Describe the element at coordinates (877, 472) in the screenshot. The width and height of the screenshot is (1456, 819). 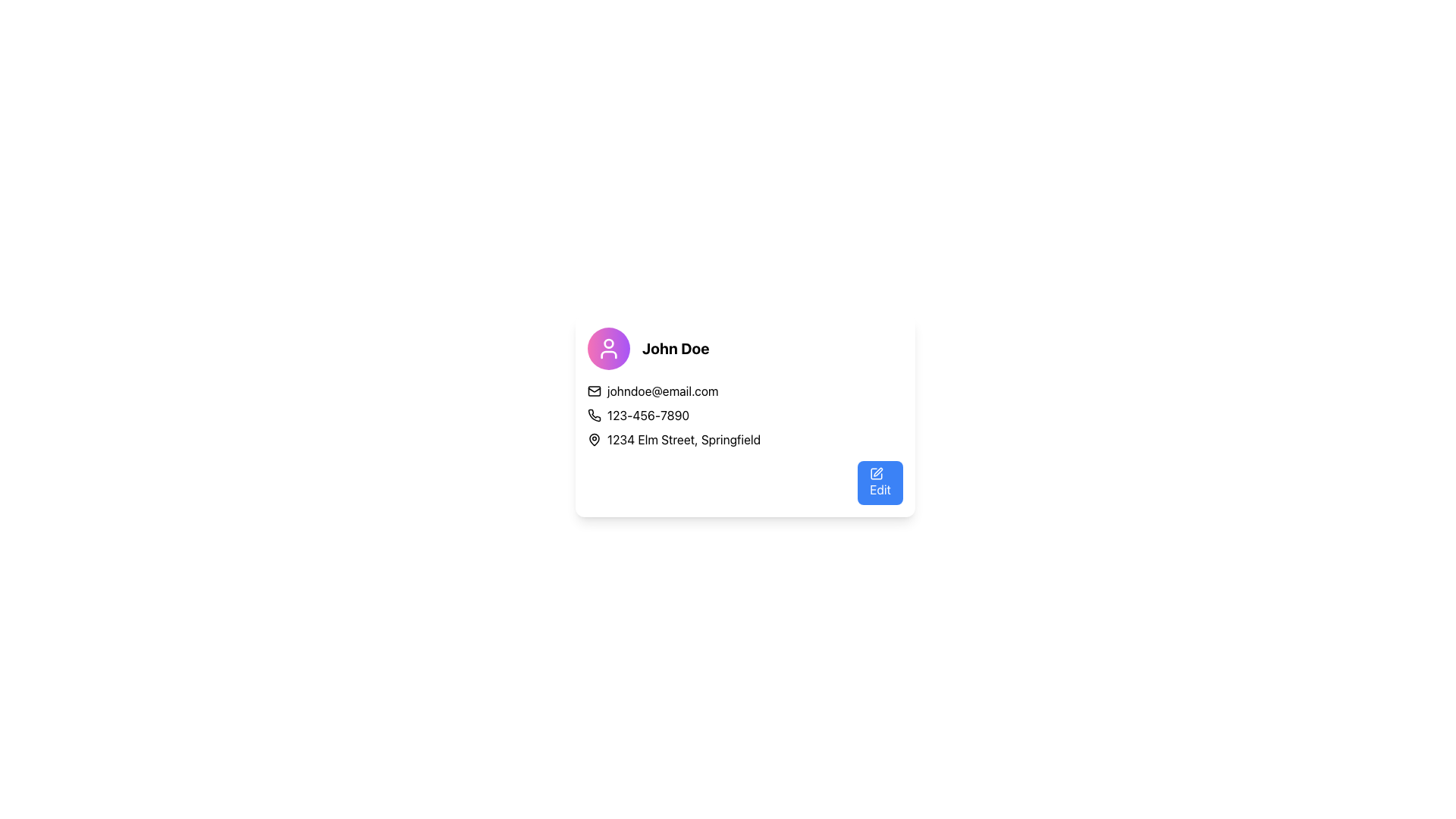
I see `the pencil icon on the blue 'Edit' button located at the bottom-right corner of the user information card` at that location.